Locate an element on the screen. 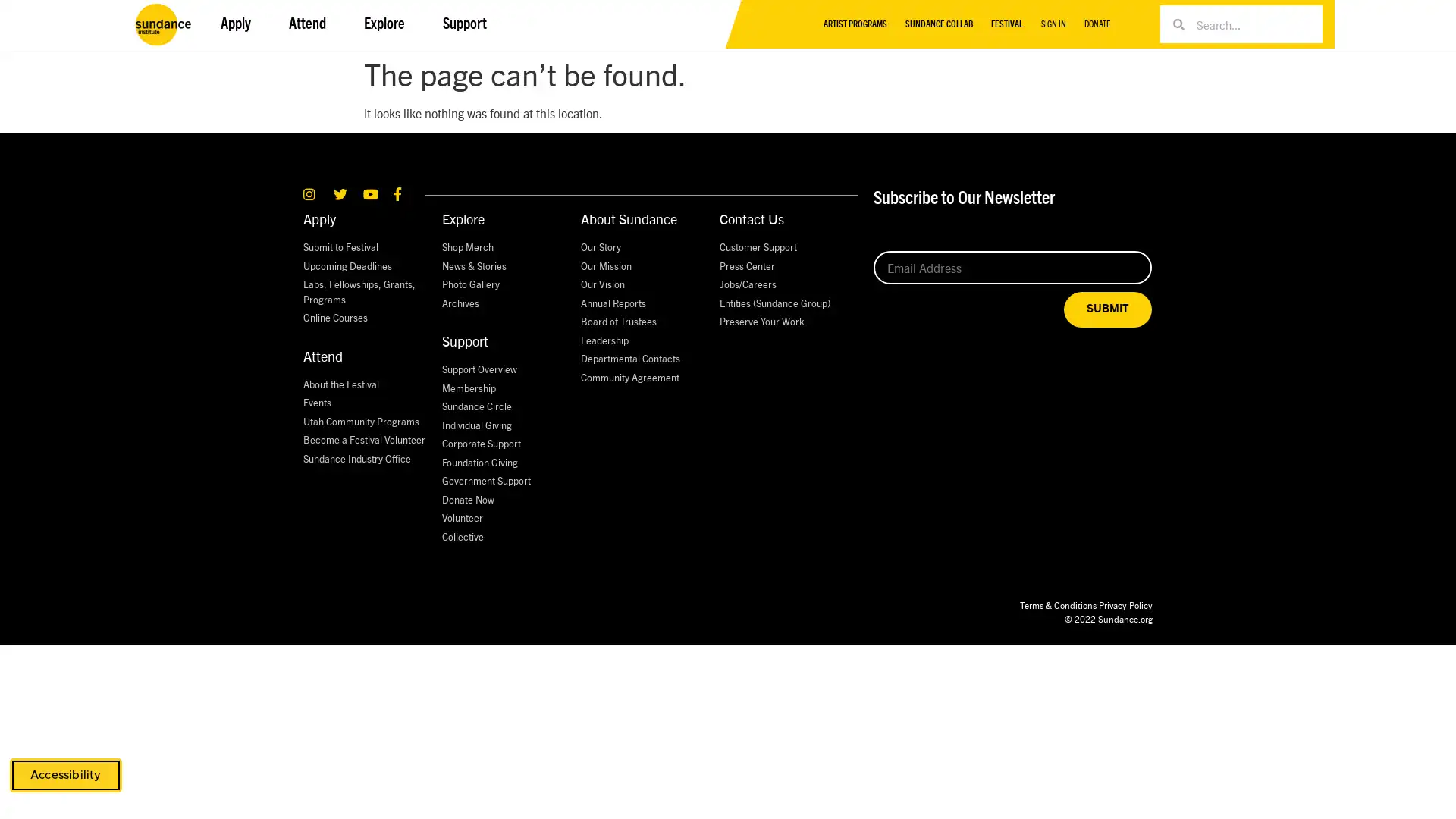  Accessibility Menu is located at coordinates (64, 775).